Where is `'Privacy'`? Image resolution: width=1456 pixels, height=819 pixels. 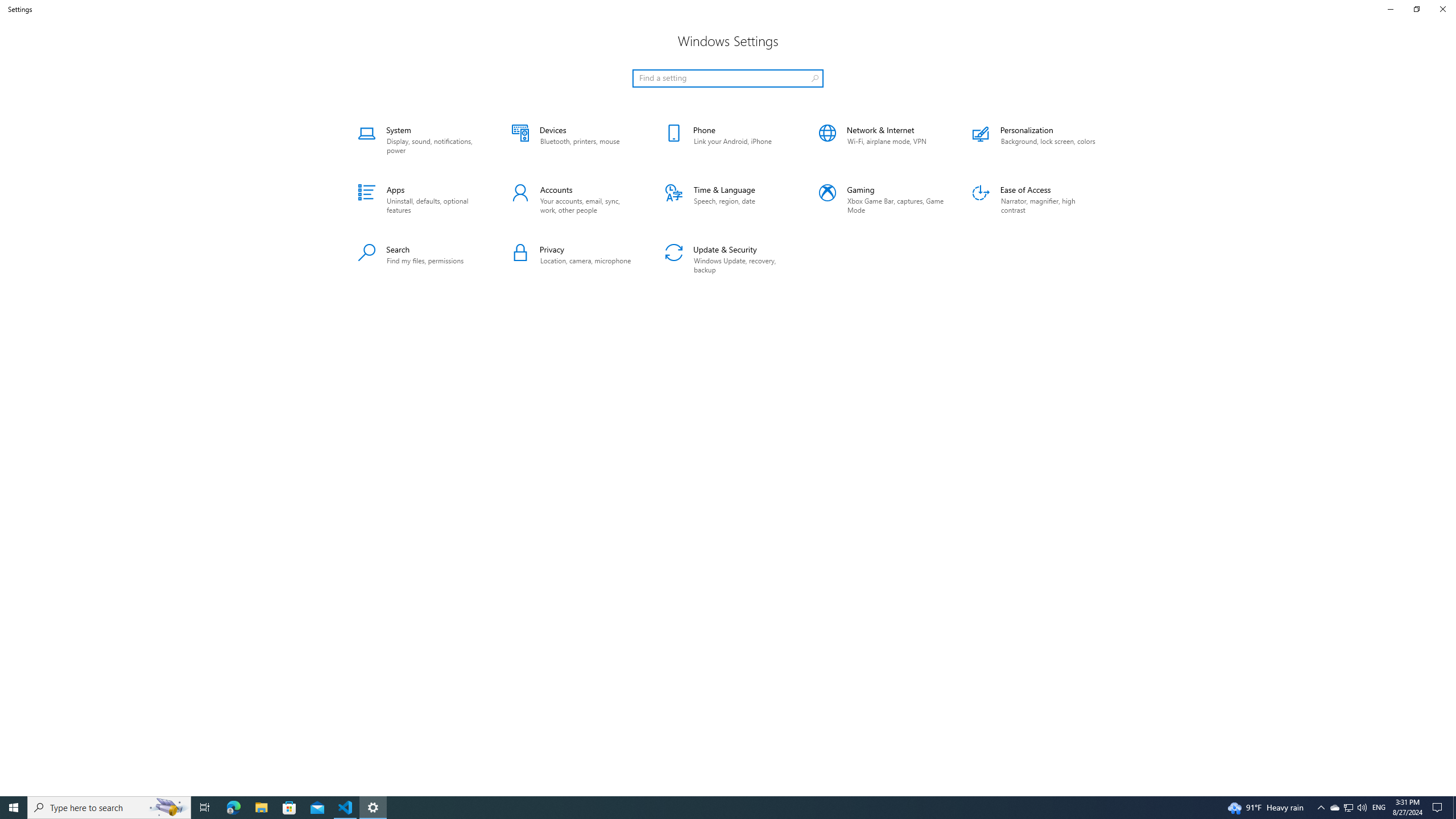
'Privacy' is located at coordinates (573, 259).